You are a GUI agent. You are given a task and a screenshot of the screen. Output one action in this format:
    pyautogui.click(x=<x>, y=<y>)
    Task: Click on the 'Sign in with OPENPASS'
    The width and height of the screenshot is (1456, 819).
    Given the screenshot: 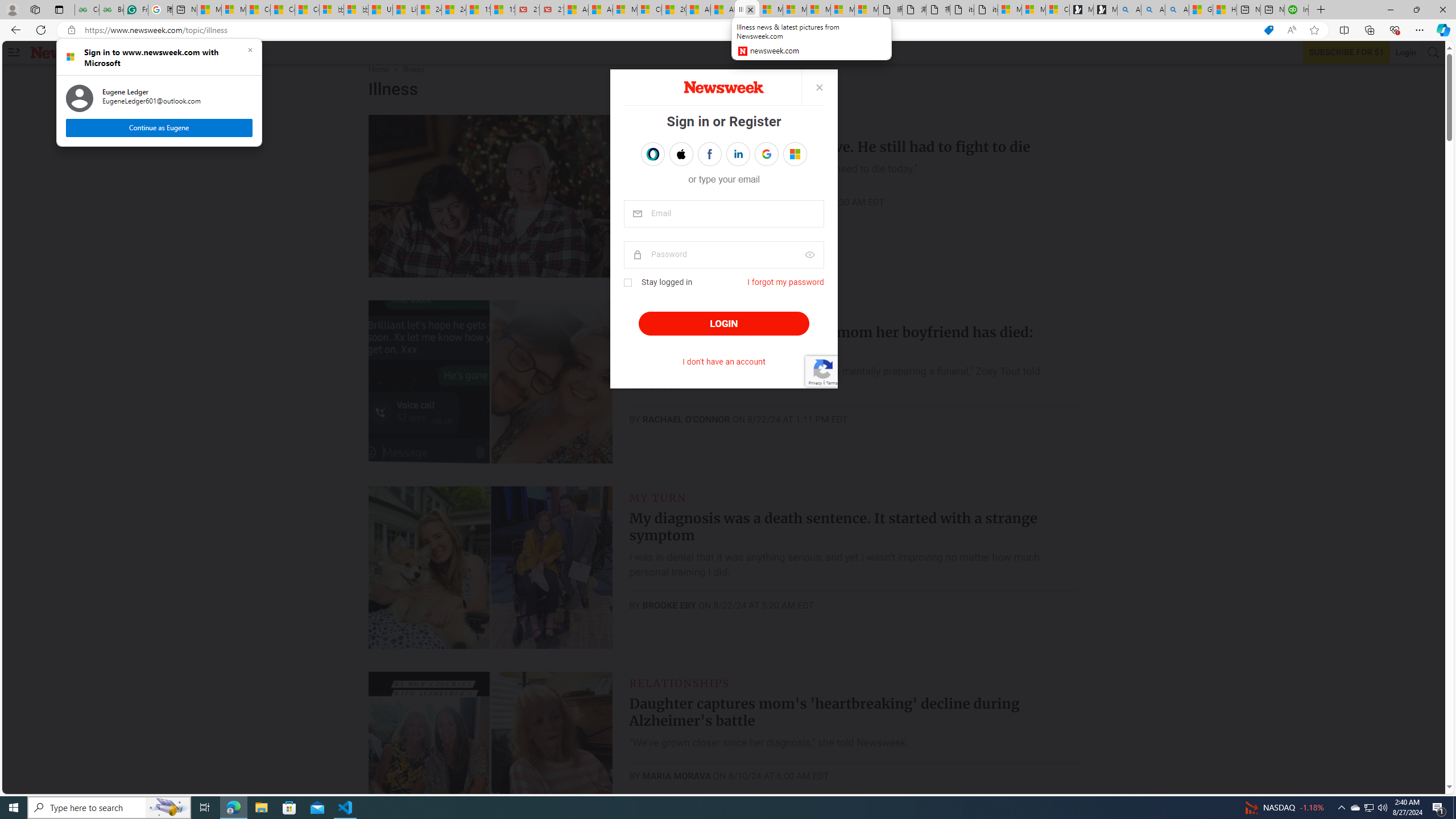 What is the action you would take?
    pyautogui.click(x=652, y=154)
    